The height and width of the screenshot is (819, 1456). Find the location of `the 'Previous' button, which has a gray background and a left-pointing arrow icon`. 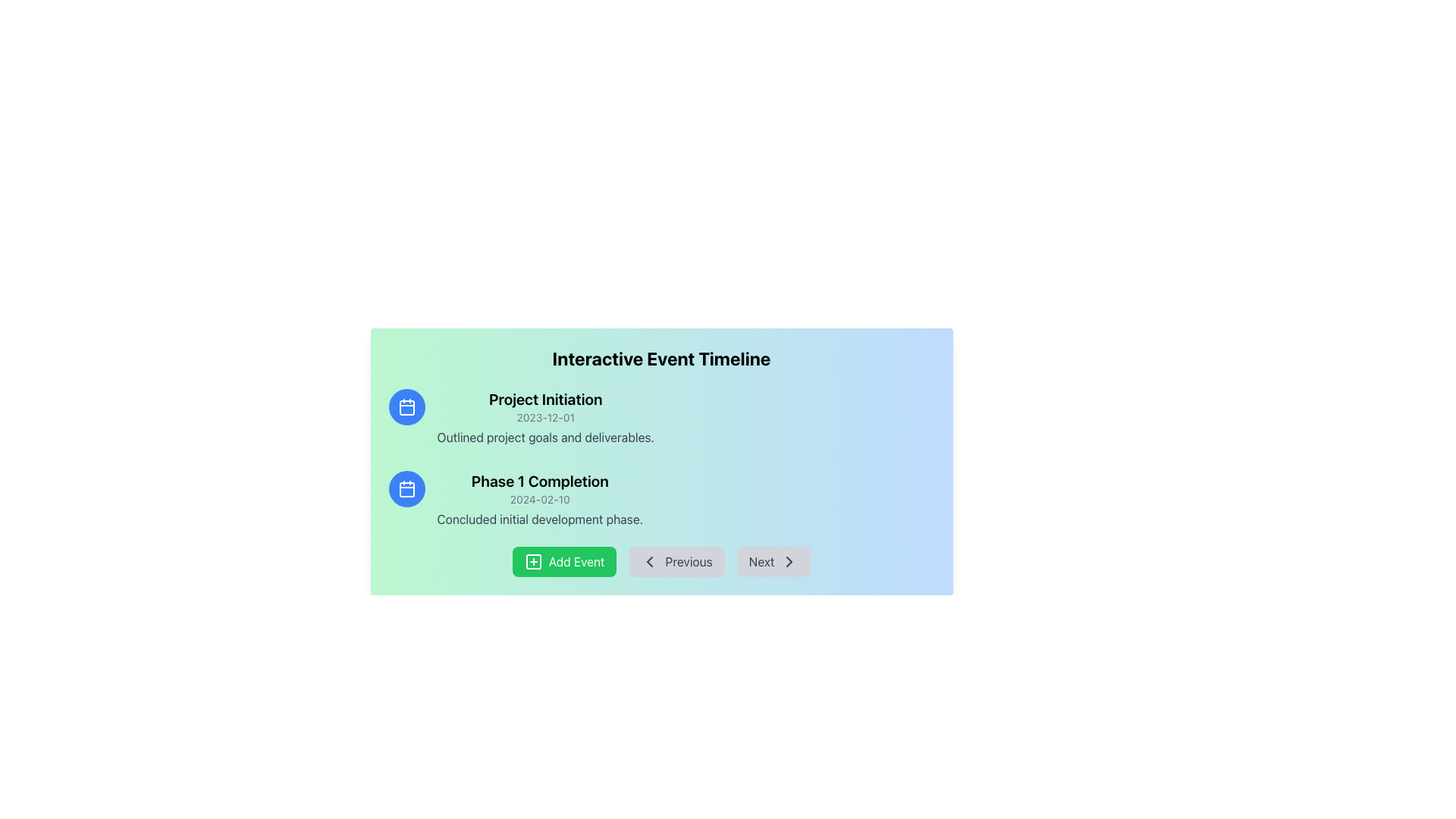

the 'Previous' button, which has a gray background and a left-pointing arrow icon is located at coordinates (661, 561).